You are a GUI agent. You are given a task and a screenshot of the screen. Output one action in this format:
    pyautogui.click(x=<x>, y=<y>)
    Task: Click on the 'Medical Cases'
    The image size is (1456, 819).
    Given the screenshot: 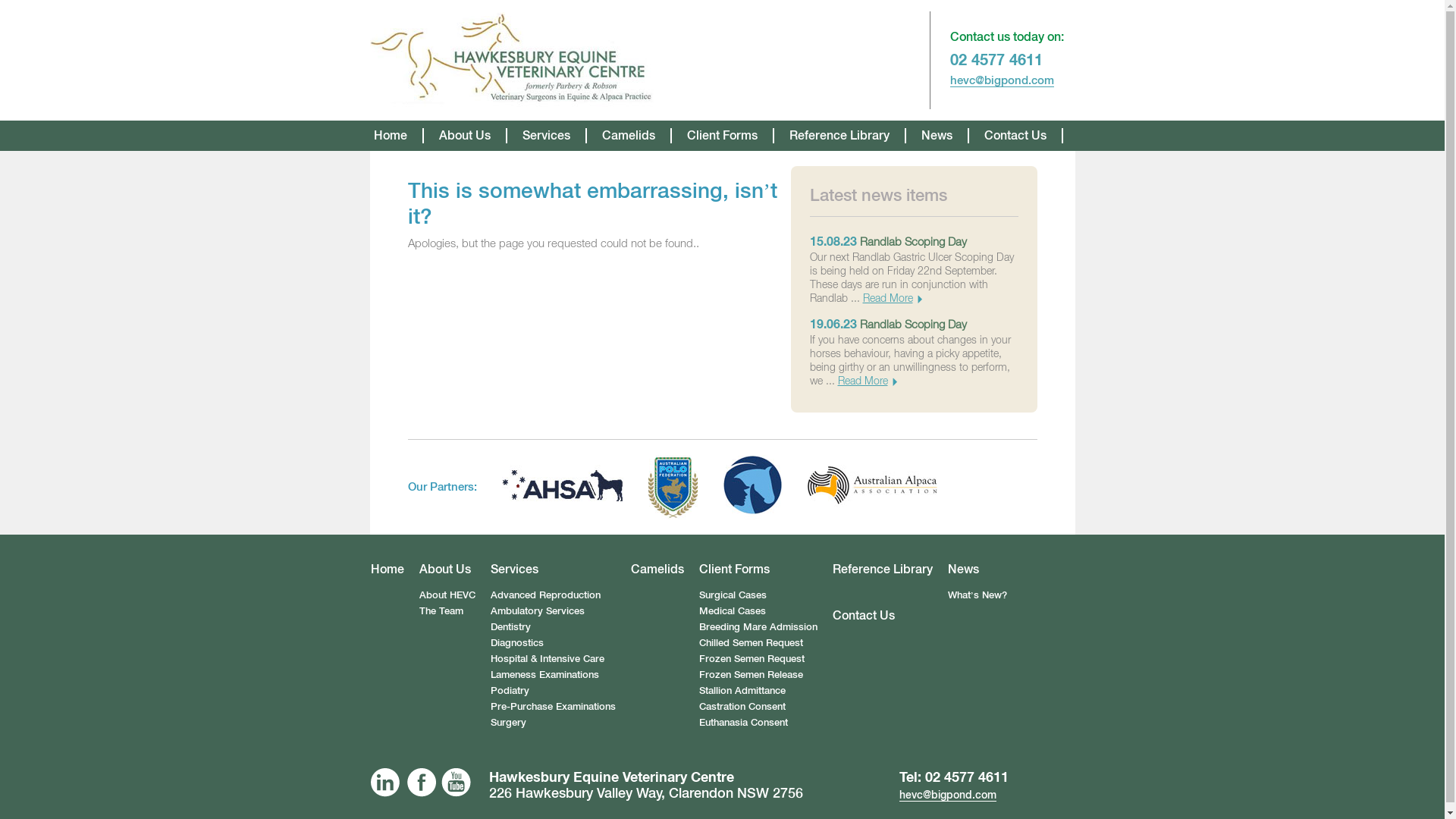 What is the action you would take?
    pyautogui.click(x=731, y=610)
    